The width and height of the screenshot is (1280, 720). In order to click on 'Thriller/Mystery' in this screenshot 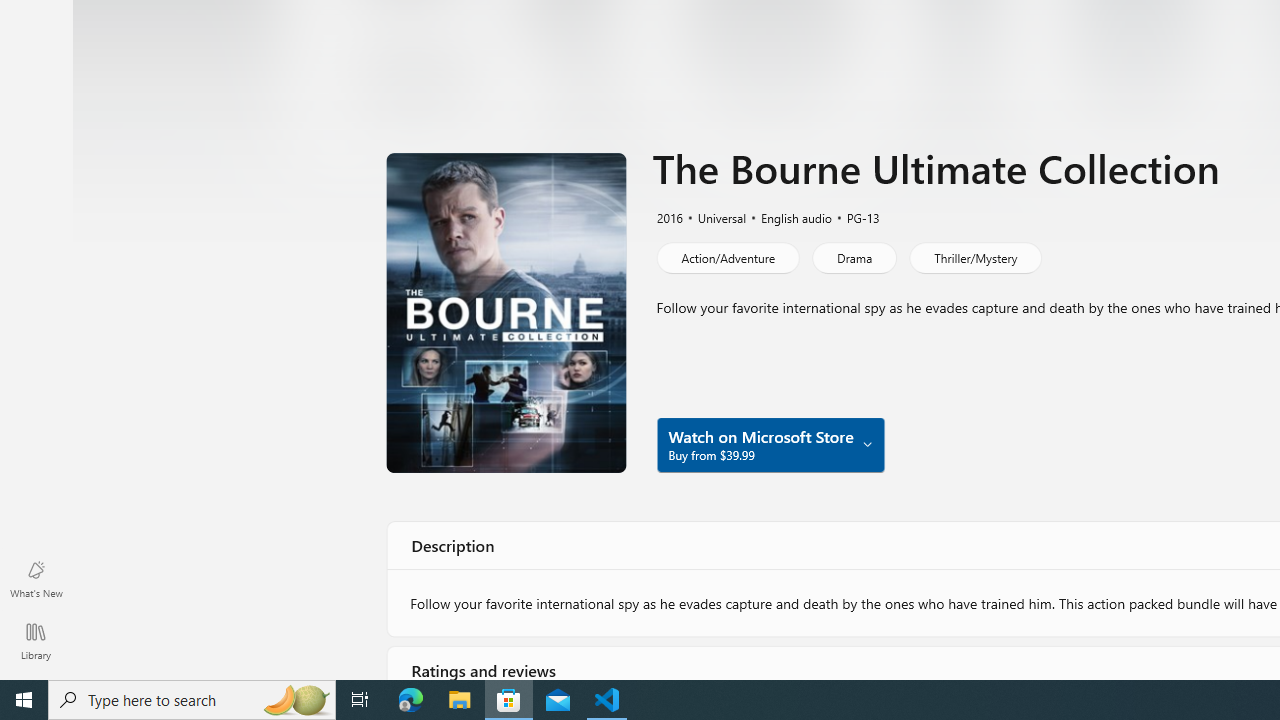, I will do `click(975, 257)`.